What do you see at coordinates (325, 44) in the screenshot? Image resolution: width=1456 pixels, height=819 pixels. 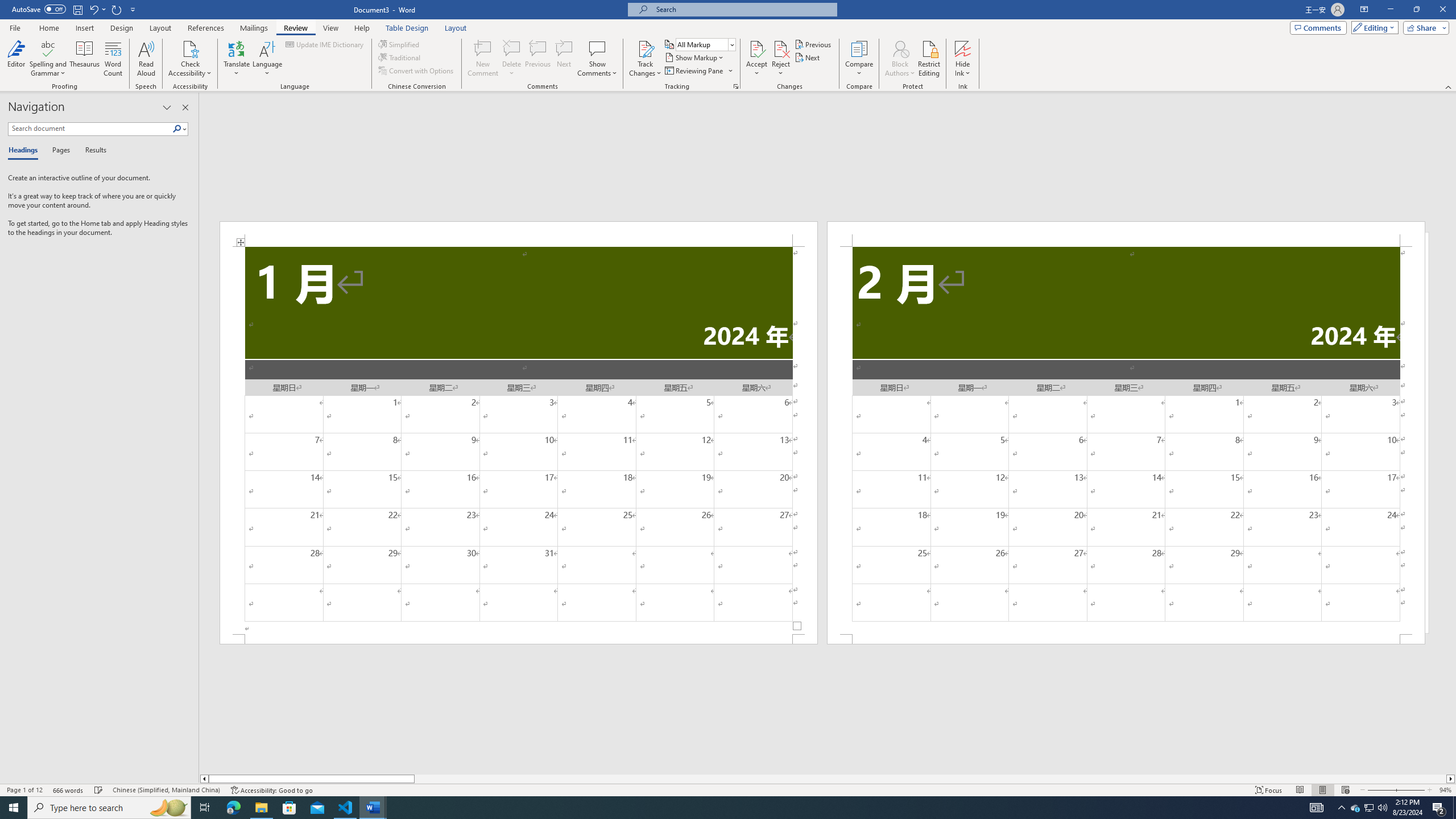 I see `'Update IME Dictionary...'` at bounding box center [325, 44].